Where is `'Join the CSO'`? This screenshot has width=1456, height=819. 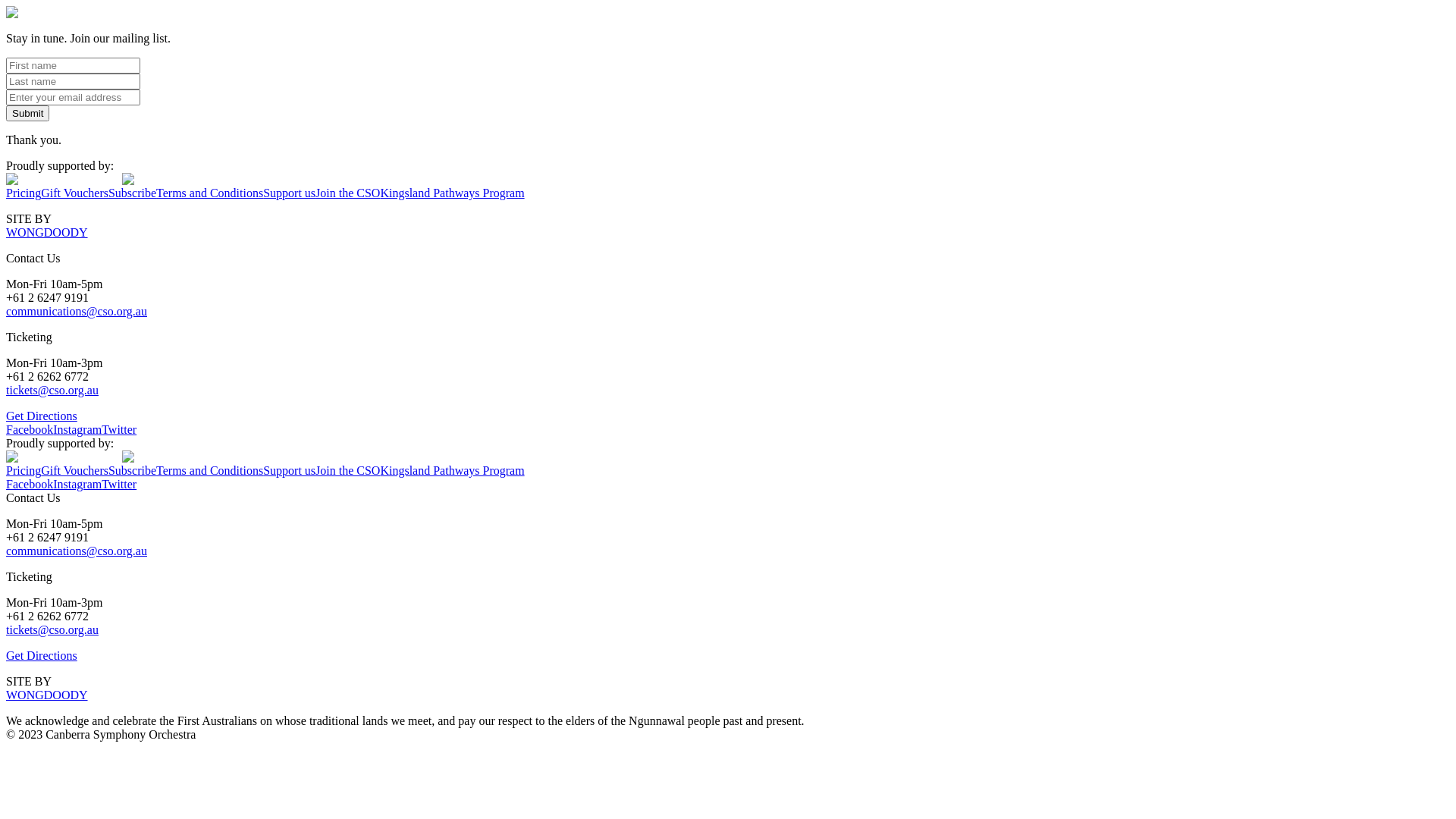
'Join the CSO' is located at coordinates (347, 469).